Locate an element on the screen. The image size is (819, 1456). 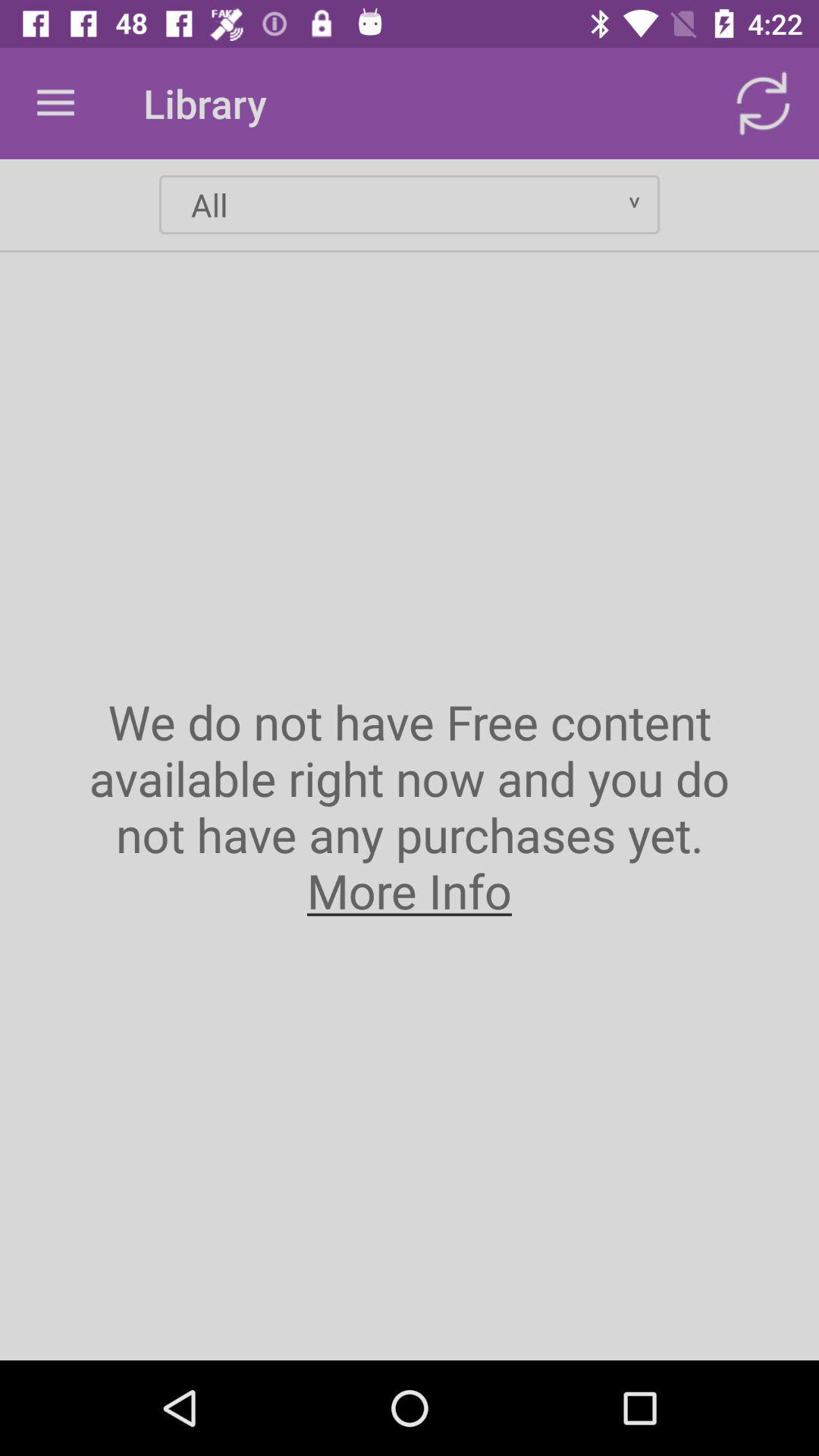
the item next to the library icon is located at coordinates (55, 102).